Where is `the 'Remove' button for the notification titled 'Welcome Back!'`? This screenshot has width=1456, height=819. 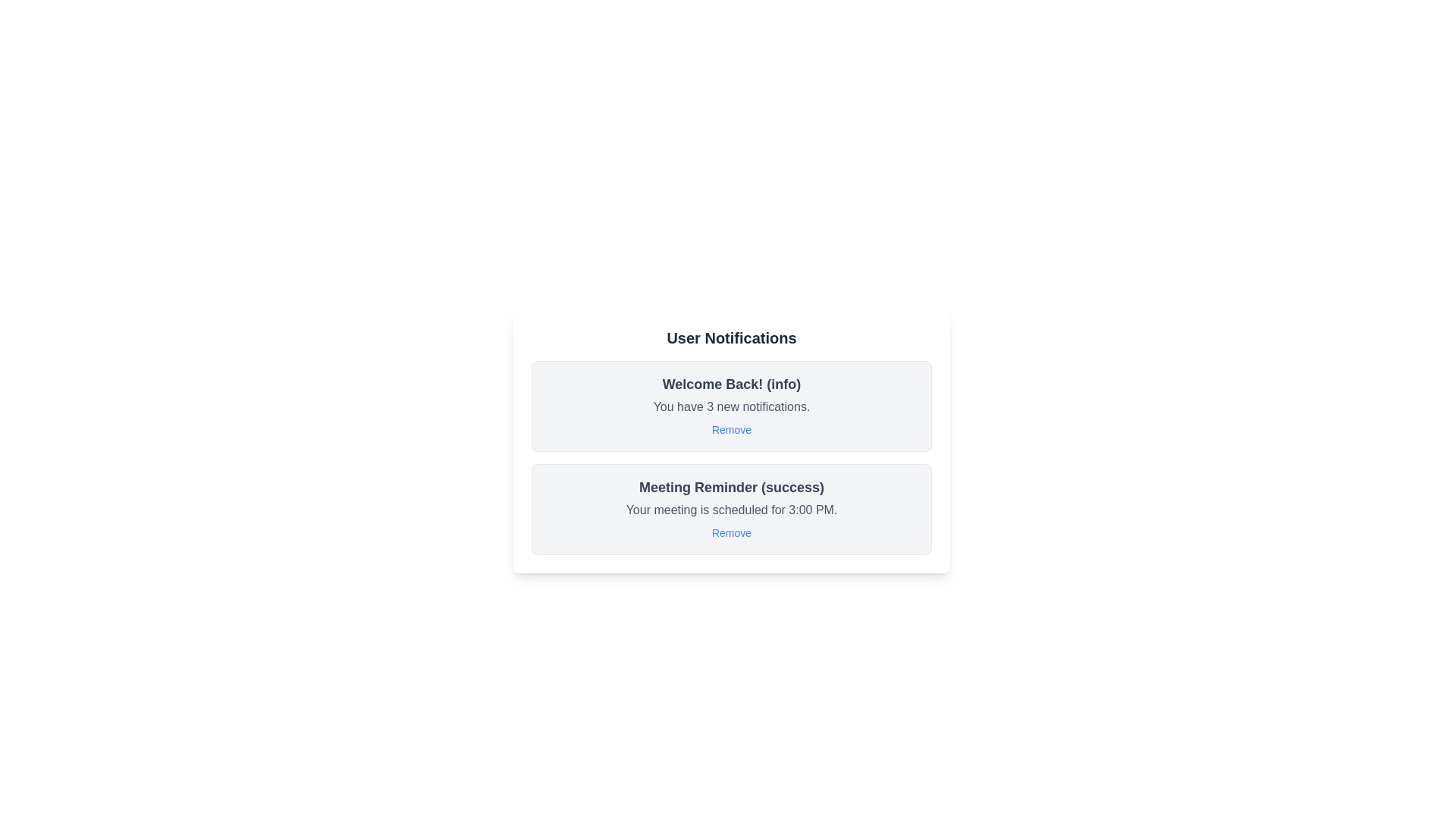
the 'Remove' button for the notification titled 'Welcome Back!' is located at coordinates (731, 430).